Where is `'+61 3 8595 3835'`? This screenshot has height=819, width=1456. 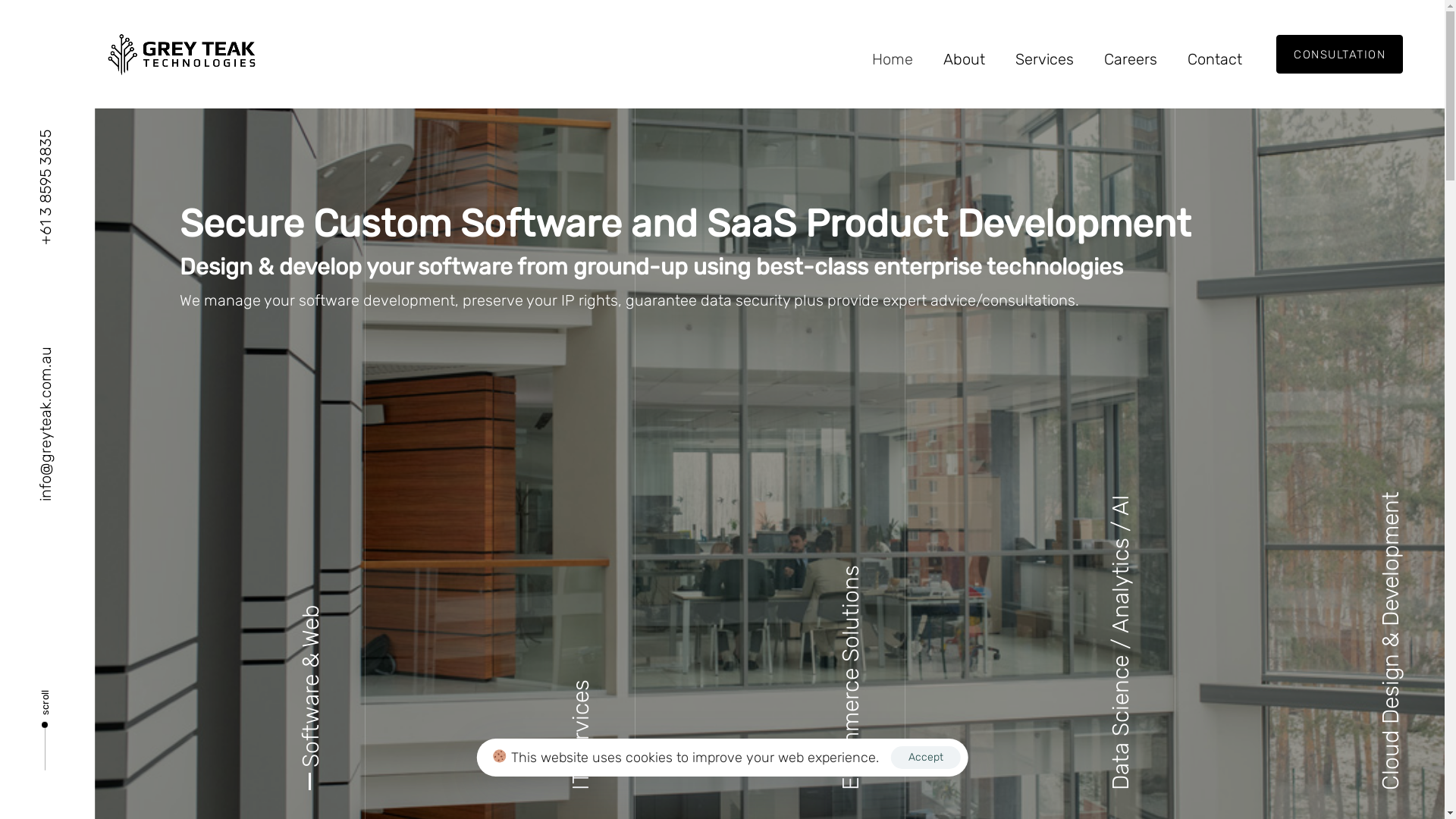 '+61 3 8595 3835' is located at coordinates (45, 186).